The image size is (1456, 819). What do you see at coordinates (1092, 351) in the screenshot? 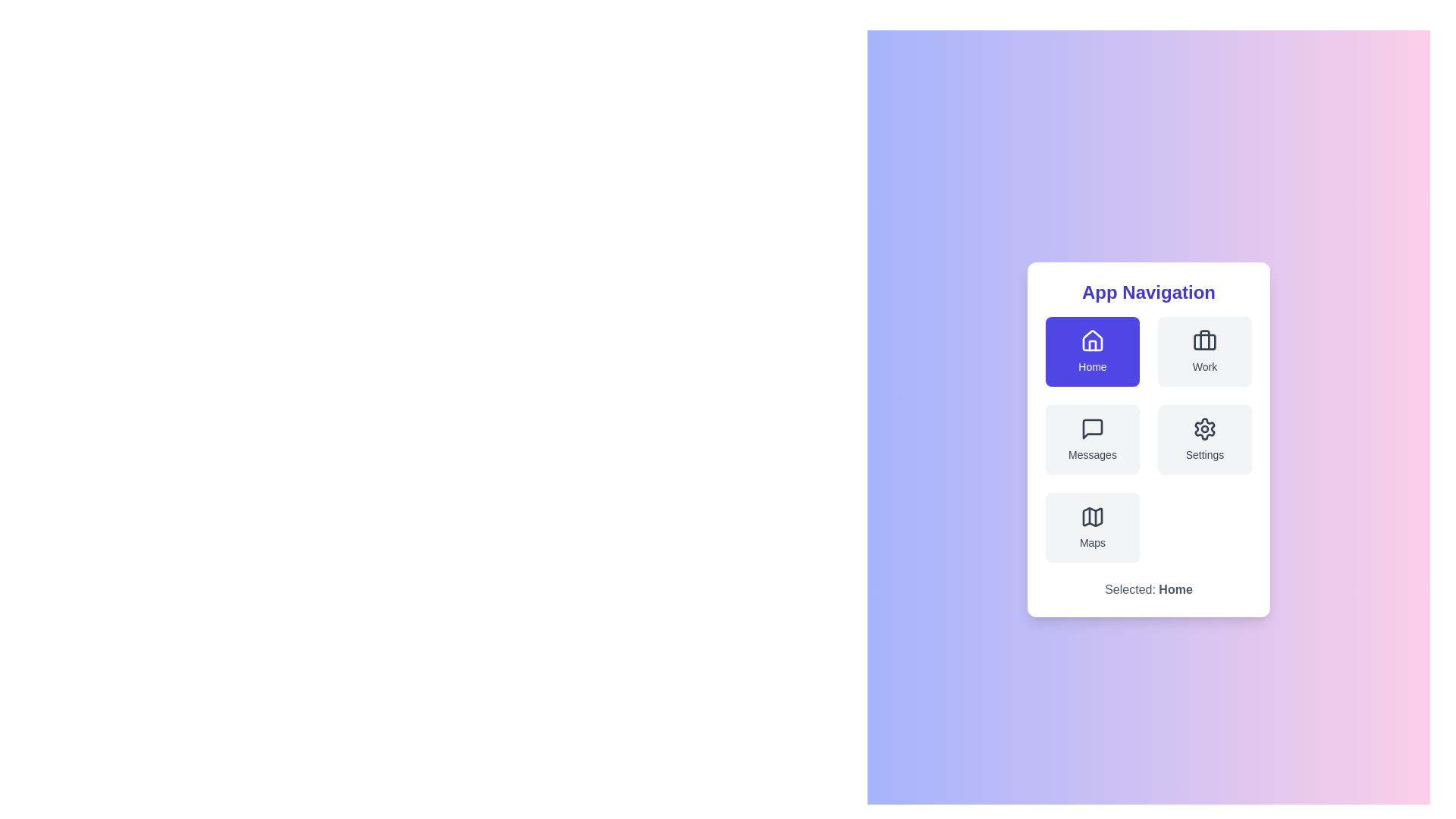
I see `the menu item labeled Home to preview its visual feedback` at bounding box center [1092, 351].